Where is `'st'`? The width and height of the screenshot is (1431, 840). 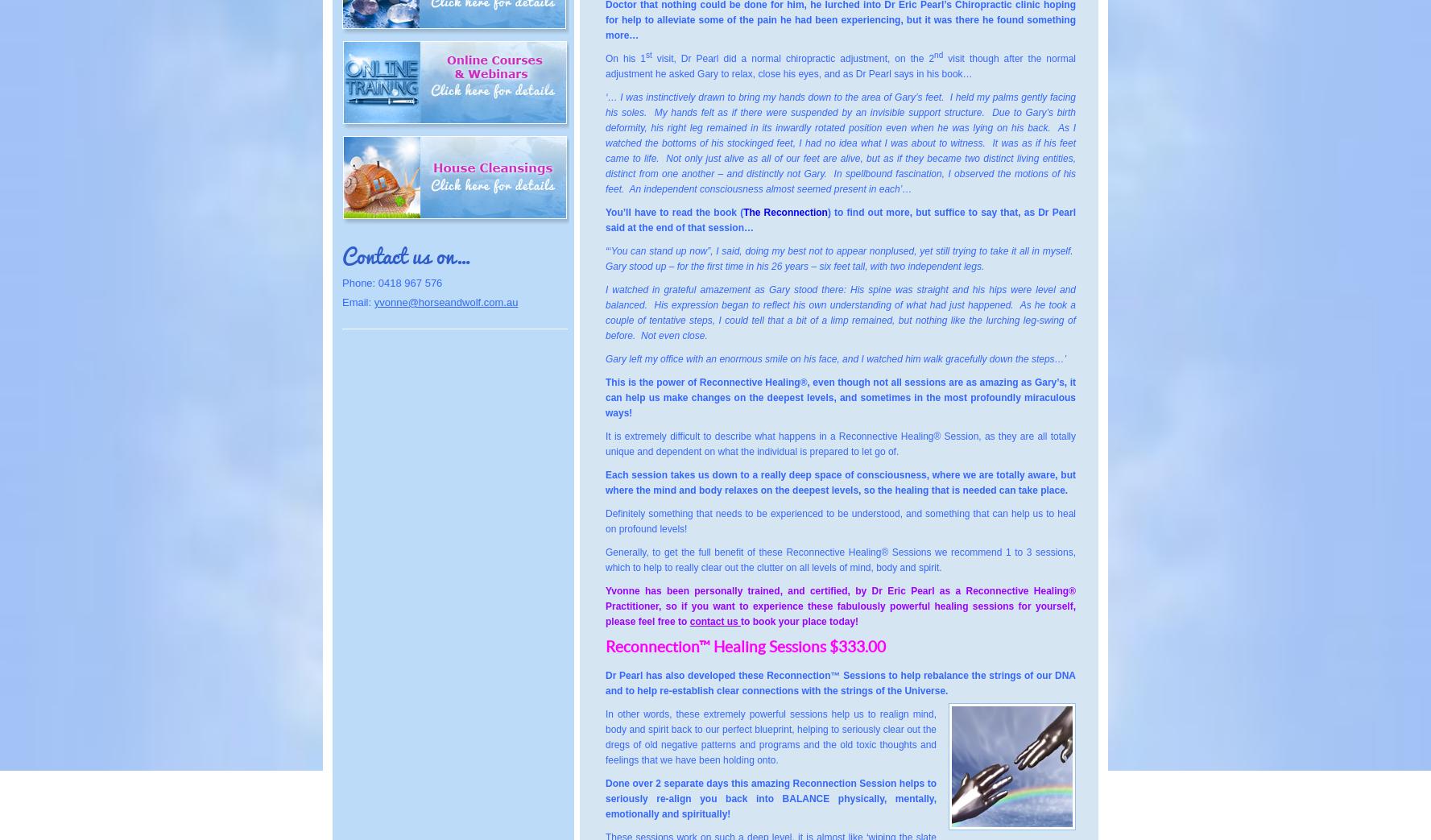 'st' is located at coordinates (648, 54).